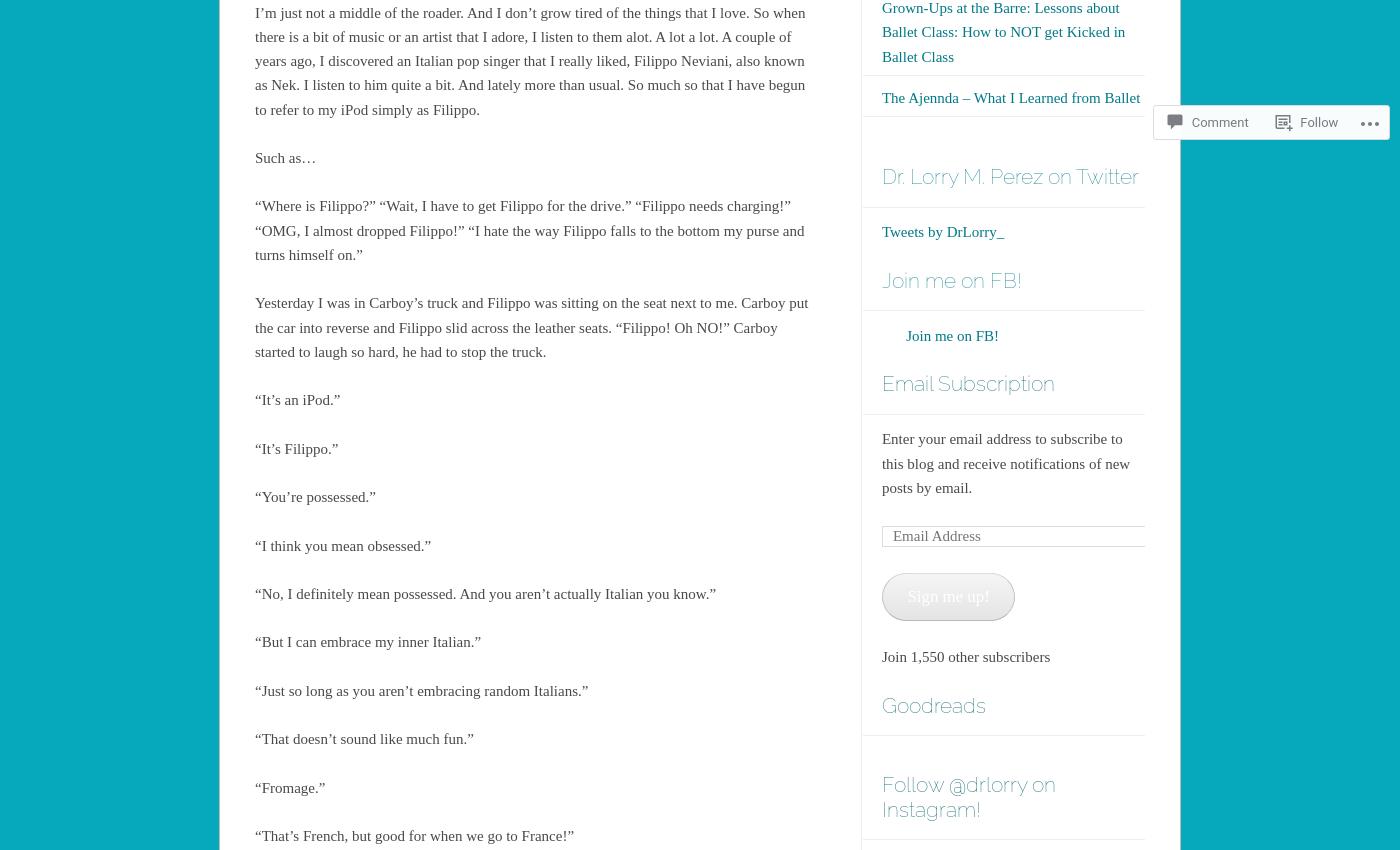 This screenshot has height=850, width=1400. I want to click on '“But I can embrace my inner Italian.”', so click(368, 642).